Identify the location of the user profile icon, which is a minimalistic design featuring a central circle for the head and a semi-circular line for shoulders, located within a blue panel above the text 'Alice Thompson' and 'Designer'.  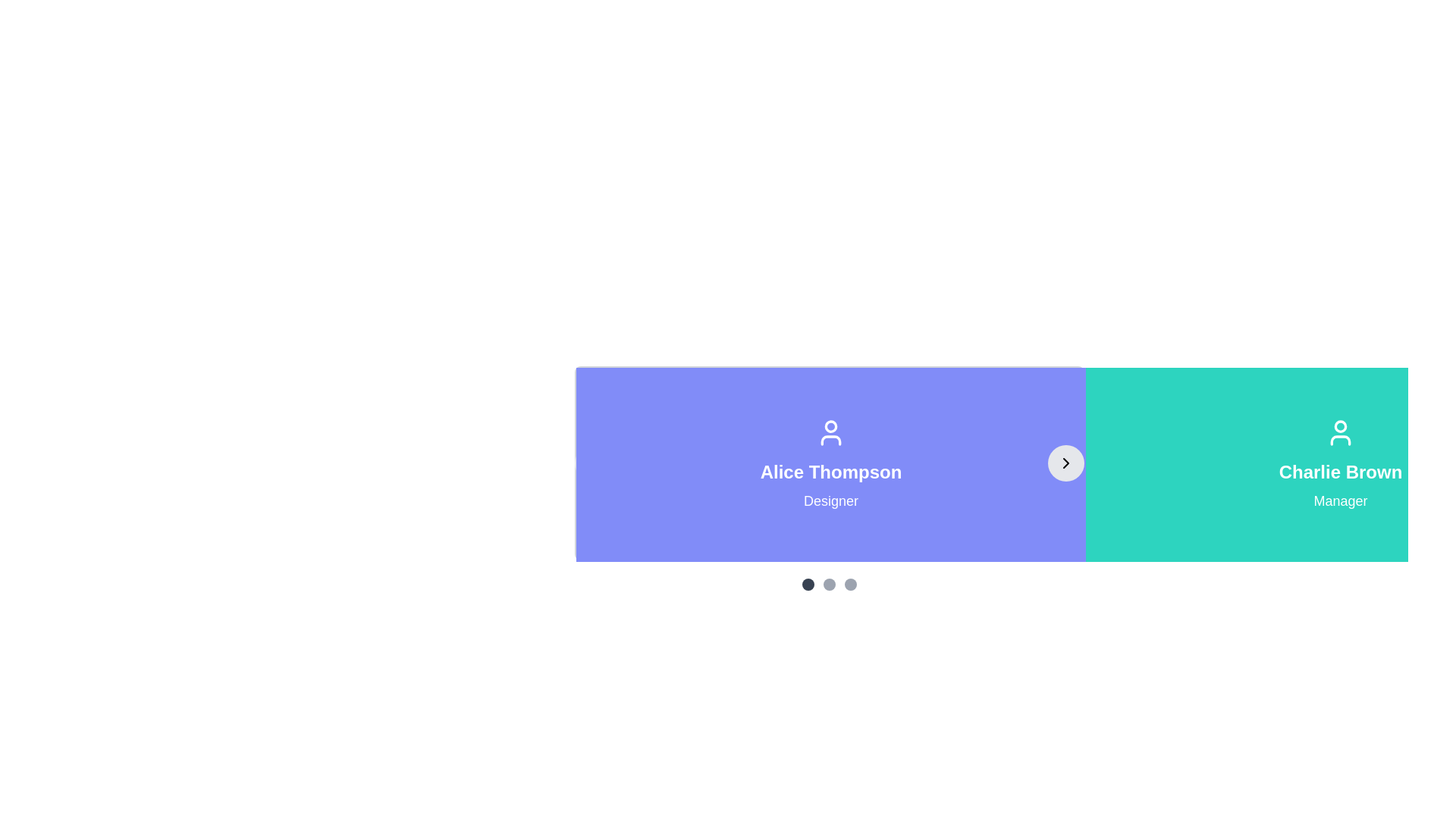
(830, 432).